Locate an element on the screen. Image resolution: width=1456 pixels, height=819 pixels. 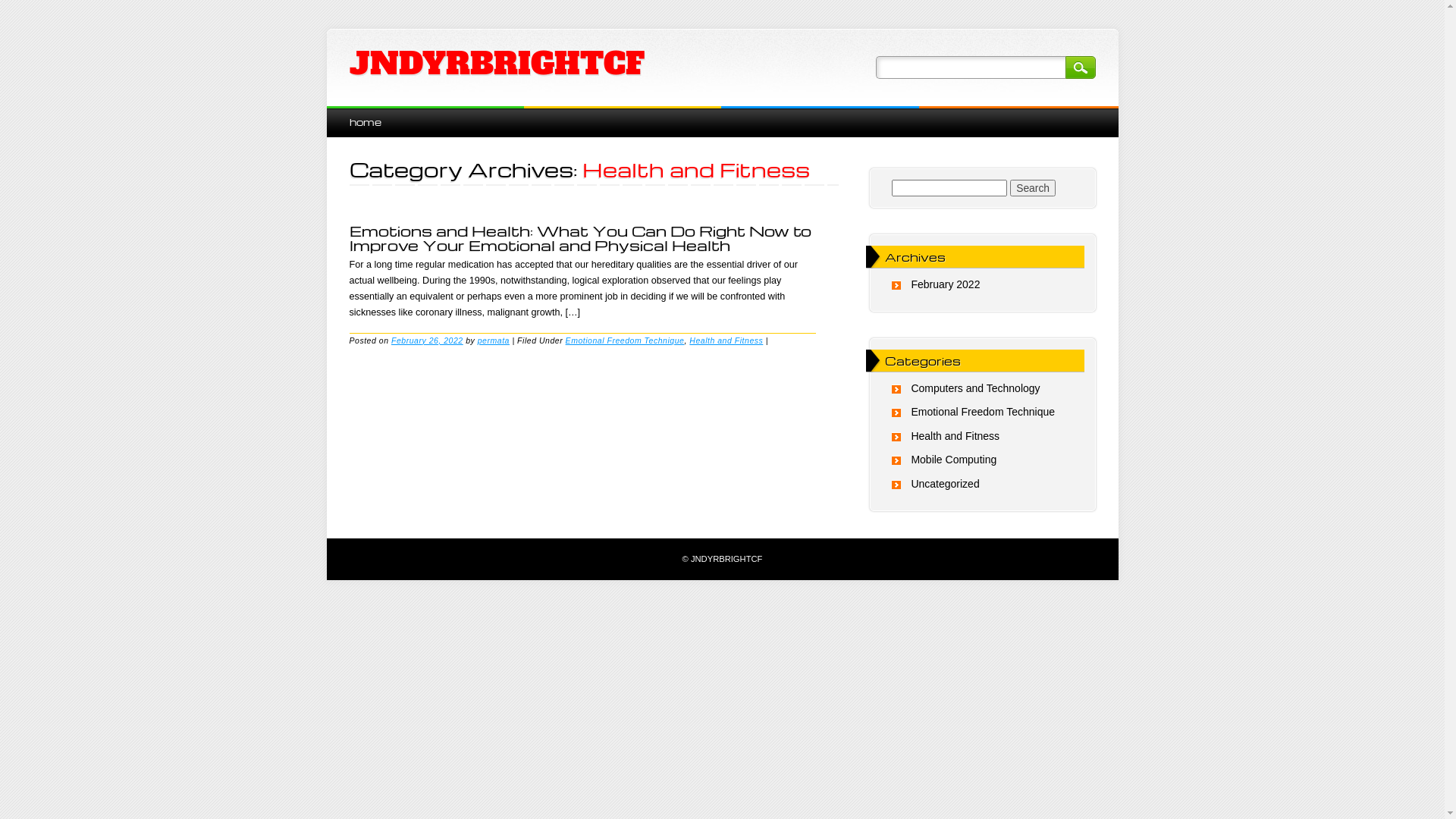
'February 26, 2022' is located at coordinates (391, 338).